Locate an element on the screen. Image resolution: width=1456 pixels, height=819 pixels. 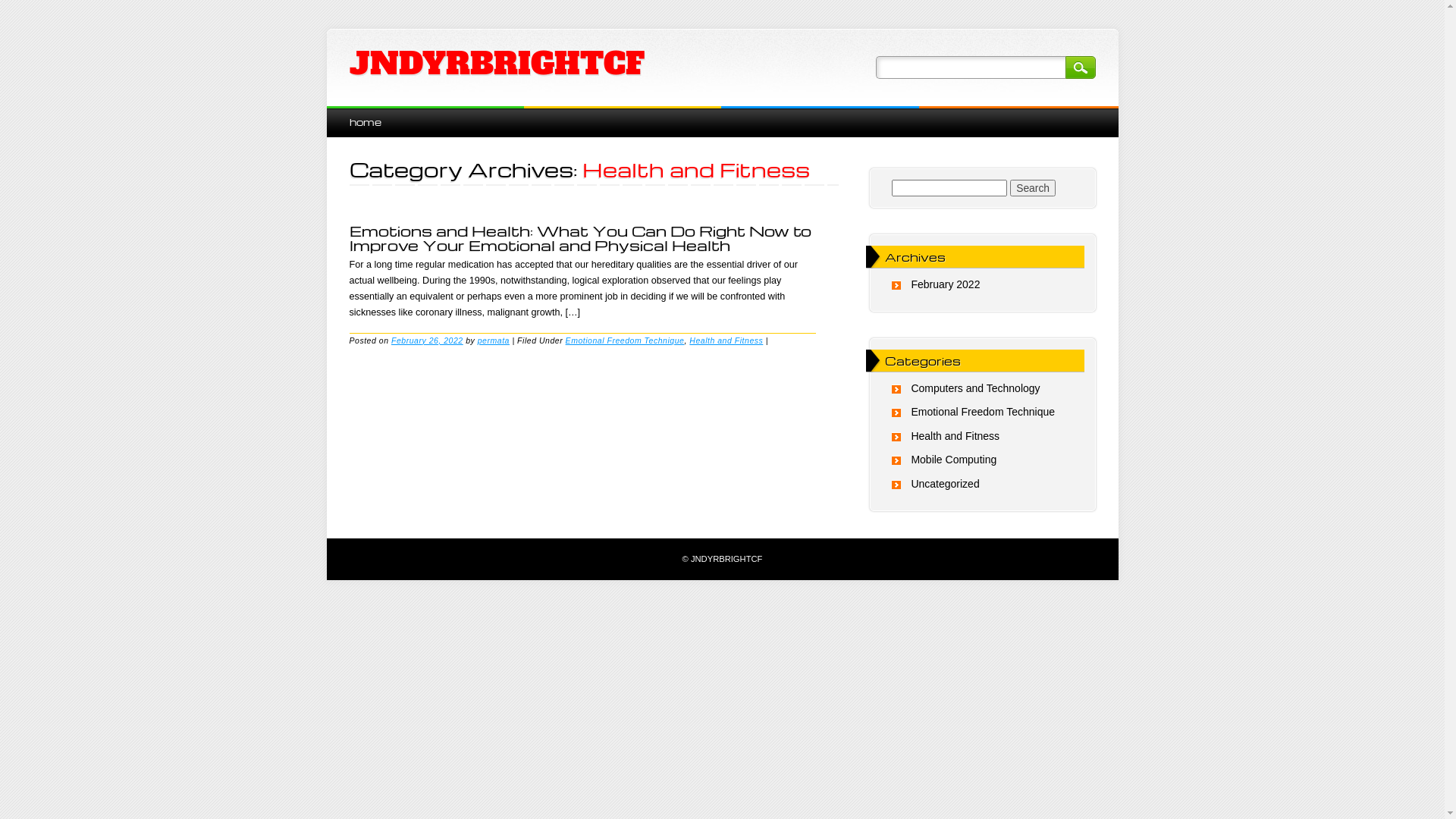
'February 26, 2022' is located at coordinates (391, 338).